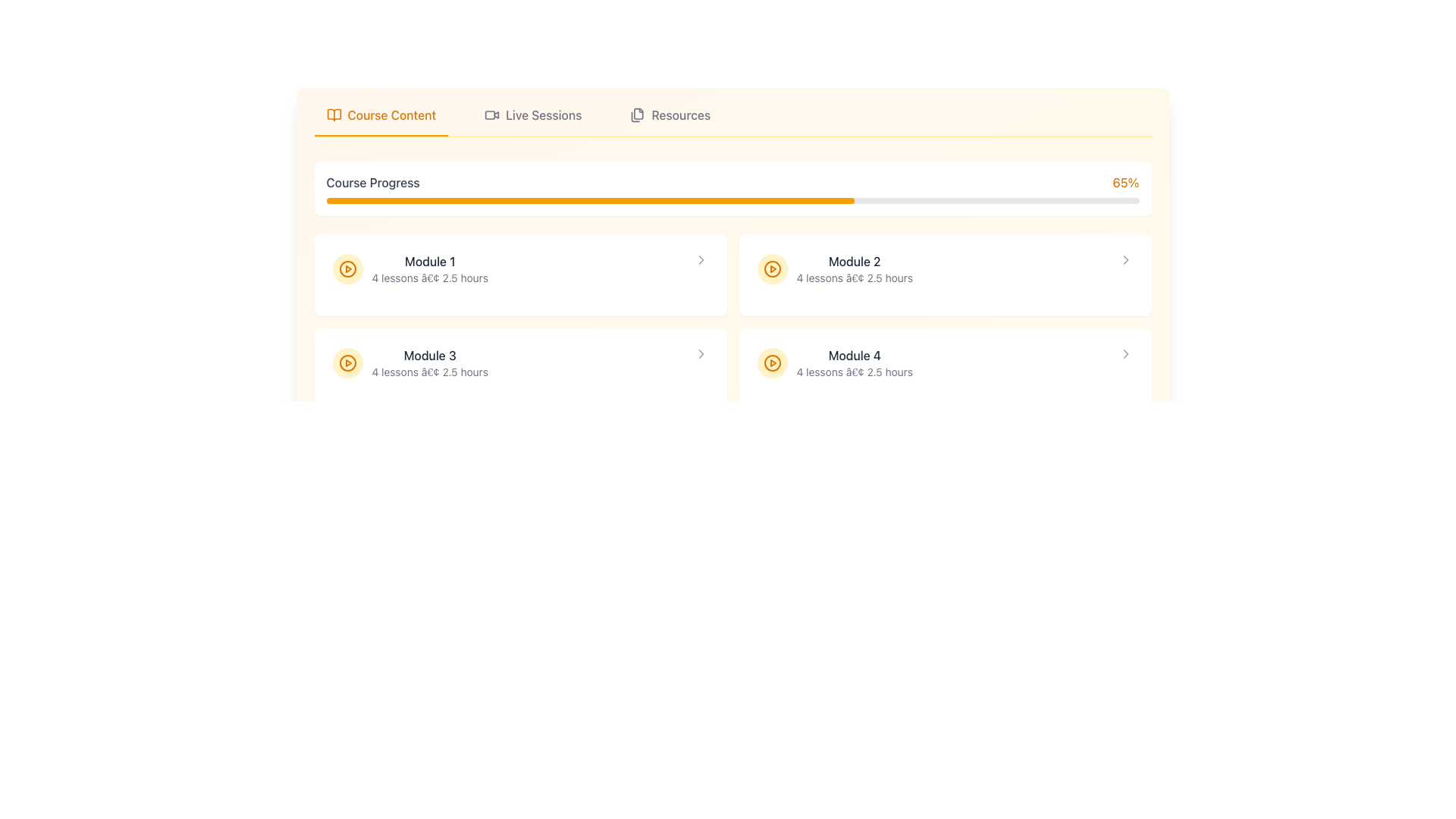  Describe the element at coordinates (429, 356) in the screenshot. I see `the text label displaying 'Module 3', which is styled with medium font weight and dark gray color, located in the middle-left region of the application layout` at that location.